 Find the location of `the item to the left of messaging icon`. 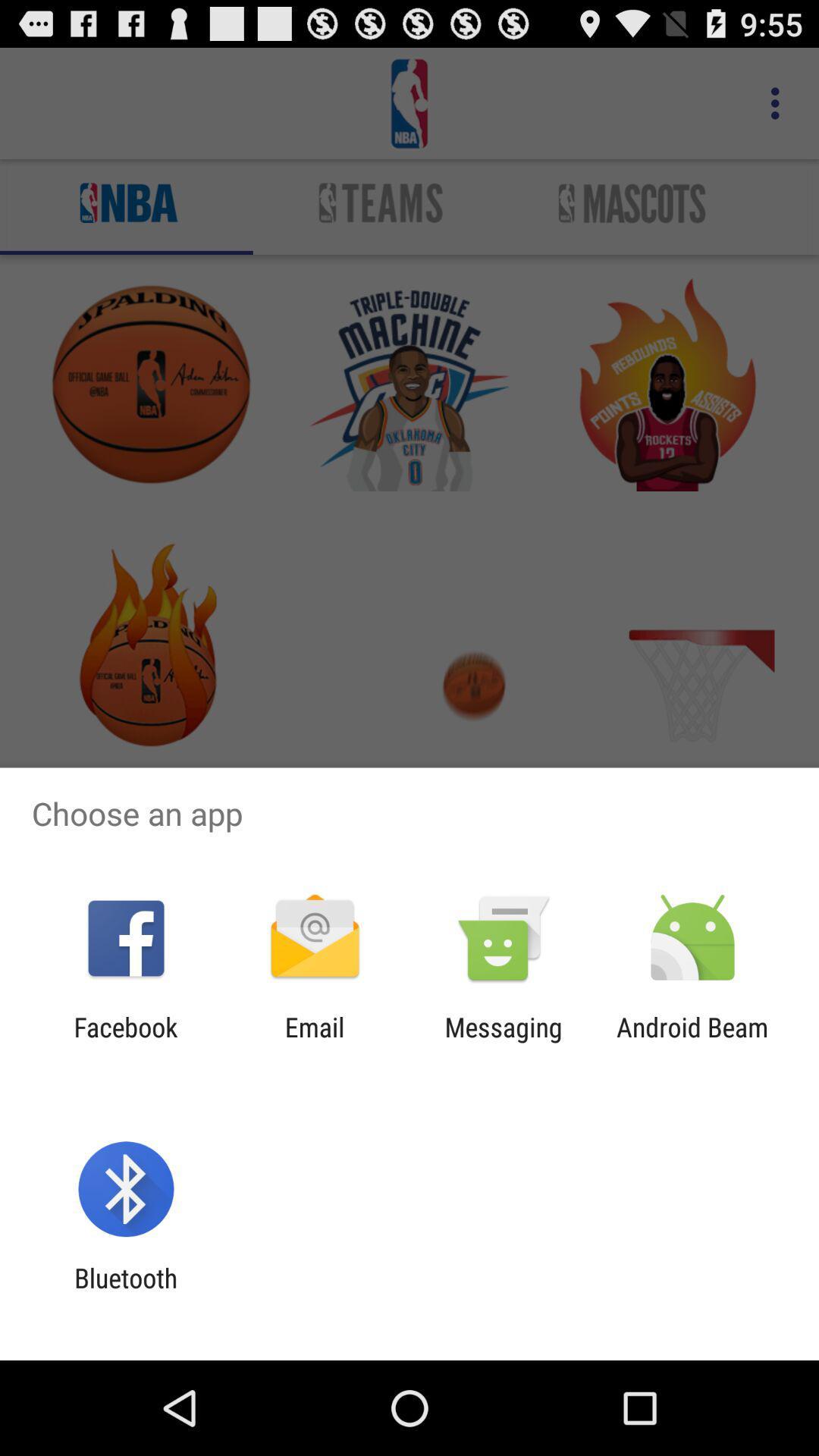

the item to the left of messaging icon is located at coordinates (314, 1042).